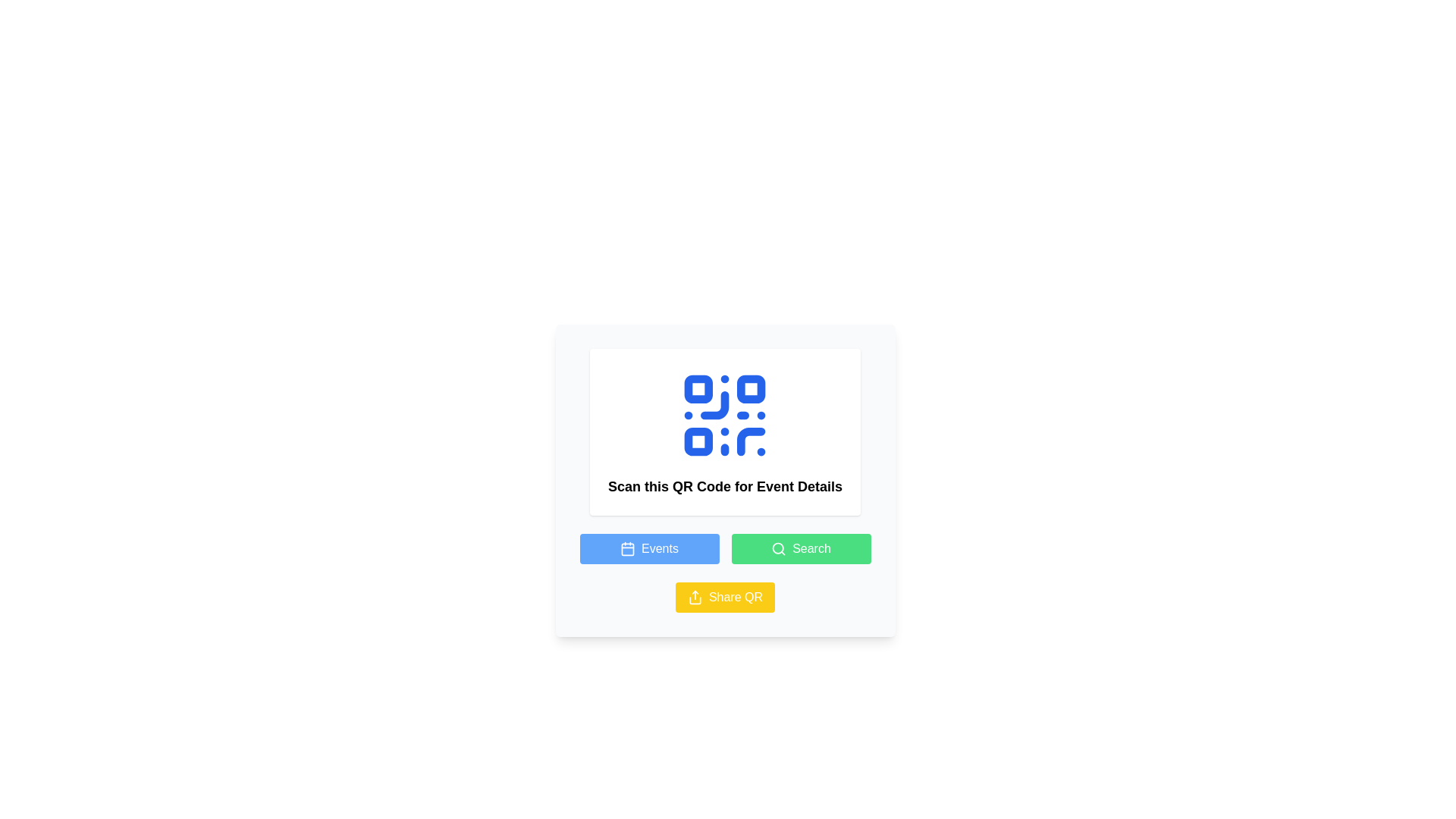 The height and width of the screenshot is (819, 1456). I want to click on the calendar icon located inside the blue 'Events' button, which represents event-related functionalities, so click(628, 549).